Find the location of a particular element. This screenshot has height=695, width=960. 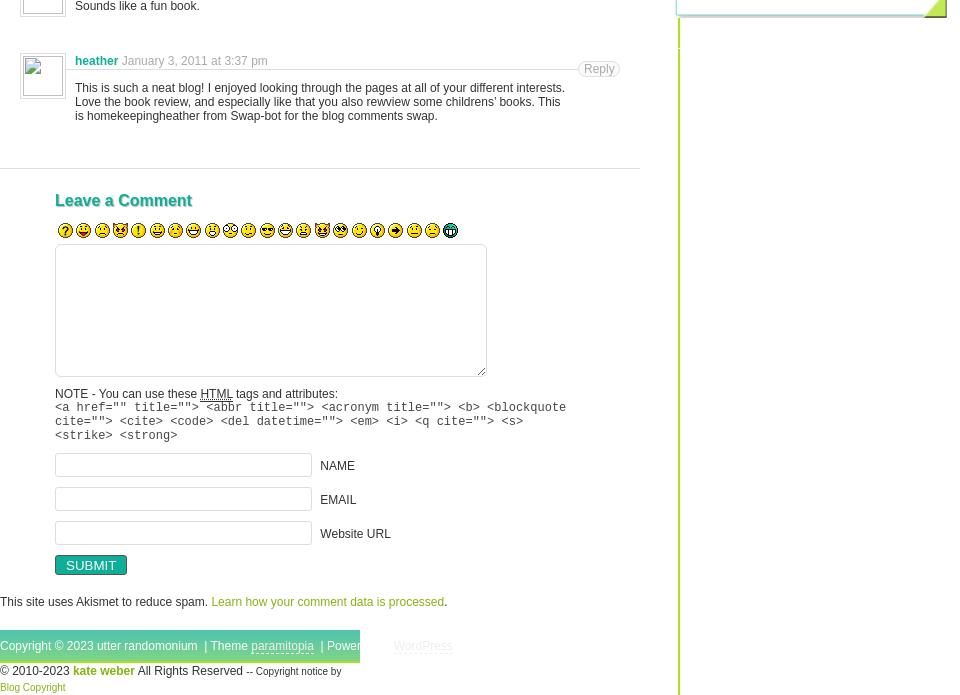

'WordPress' is located at coordinates (422, 645).